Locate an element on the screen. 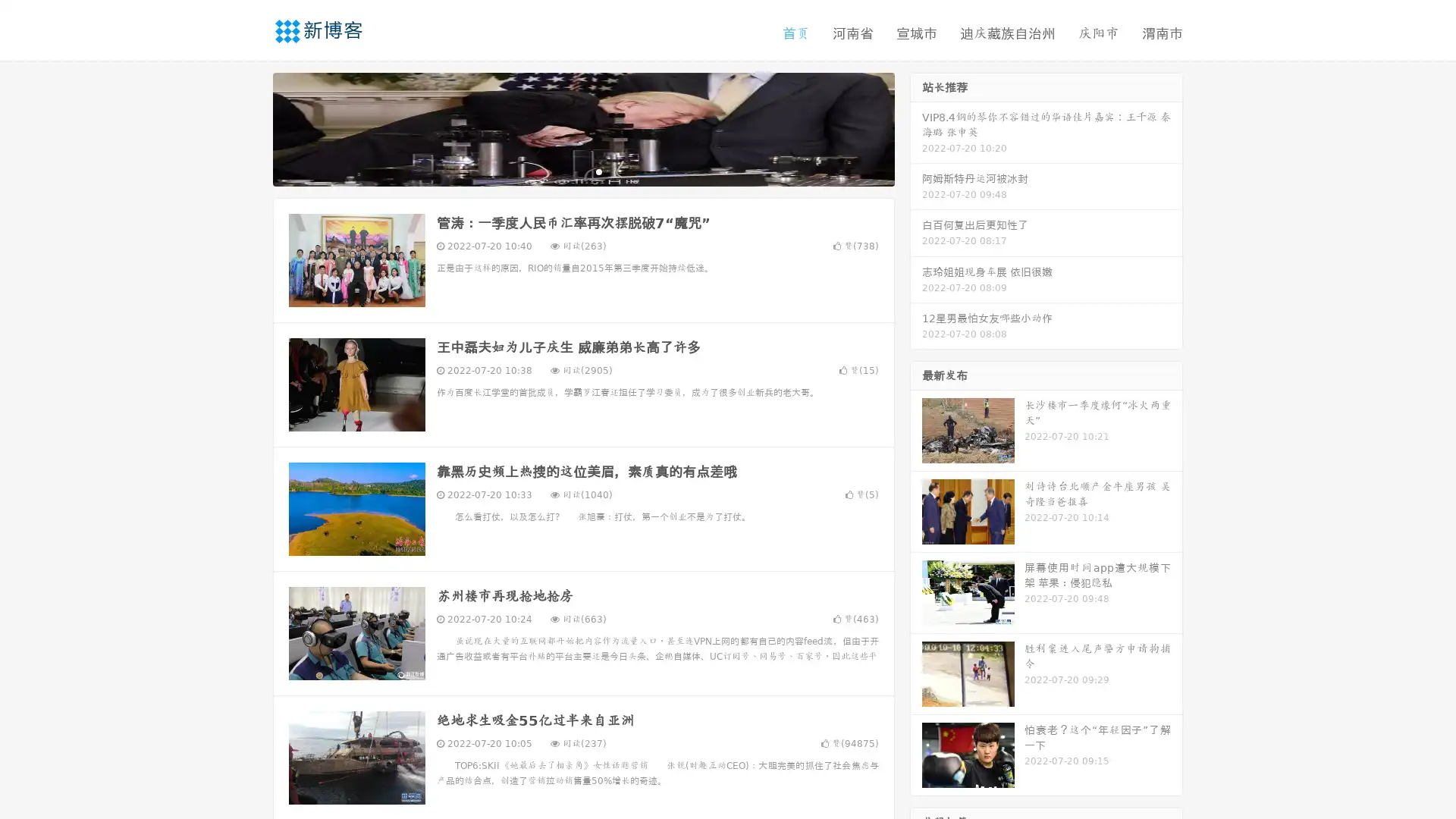  Go to slide 1 is located at coordinates (567, 171).